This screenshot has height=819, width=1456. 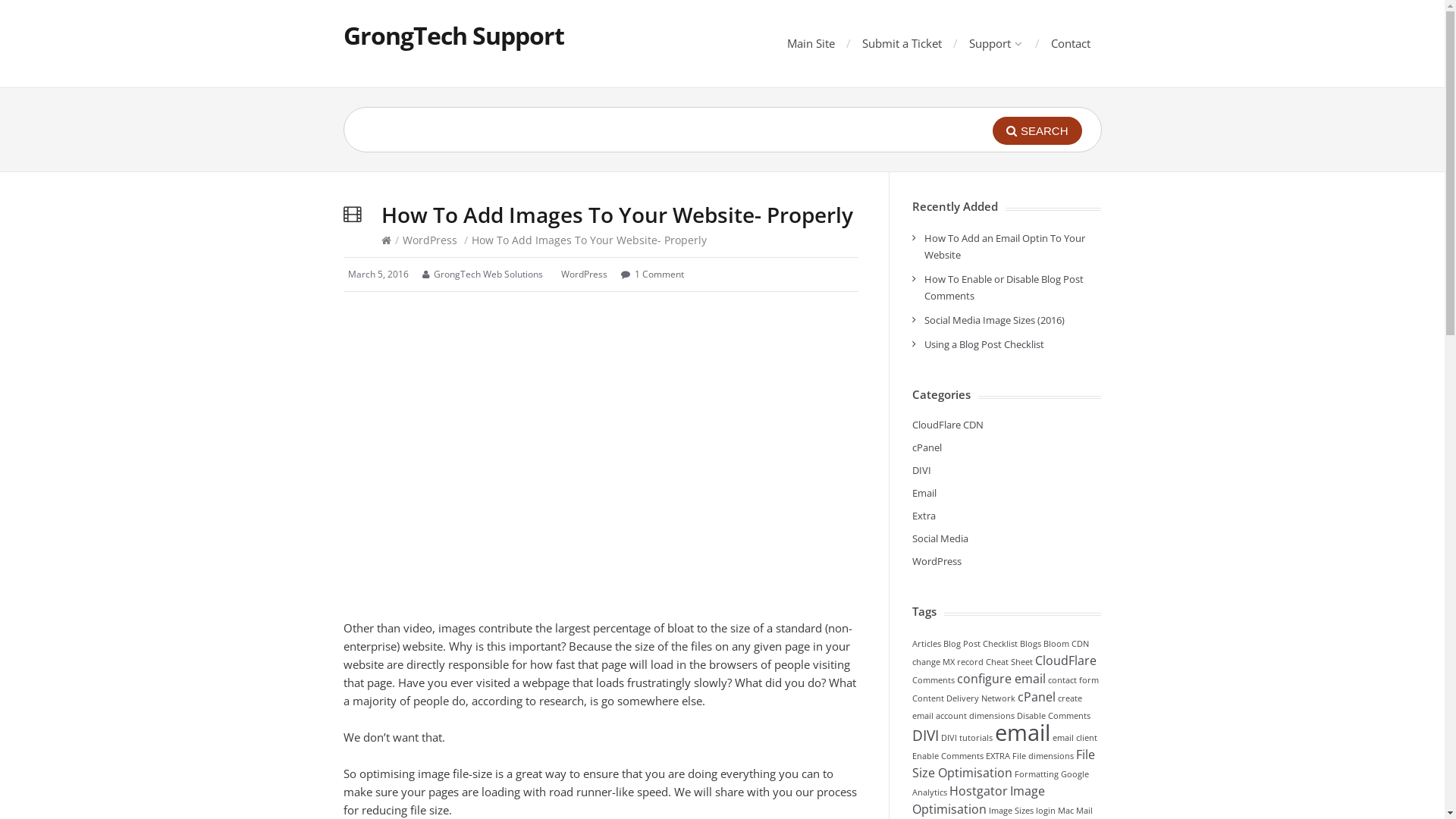 I want to click on 'How To Add an Email Optin To Your Website', so click(x=1004, y=245).